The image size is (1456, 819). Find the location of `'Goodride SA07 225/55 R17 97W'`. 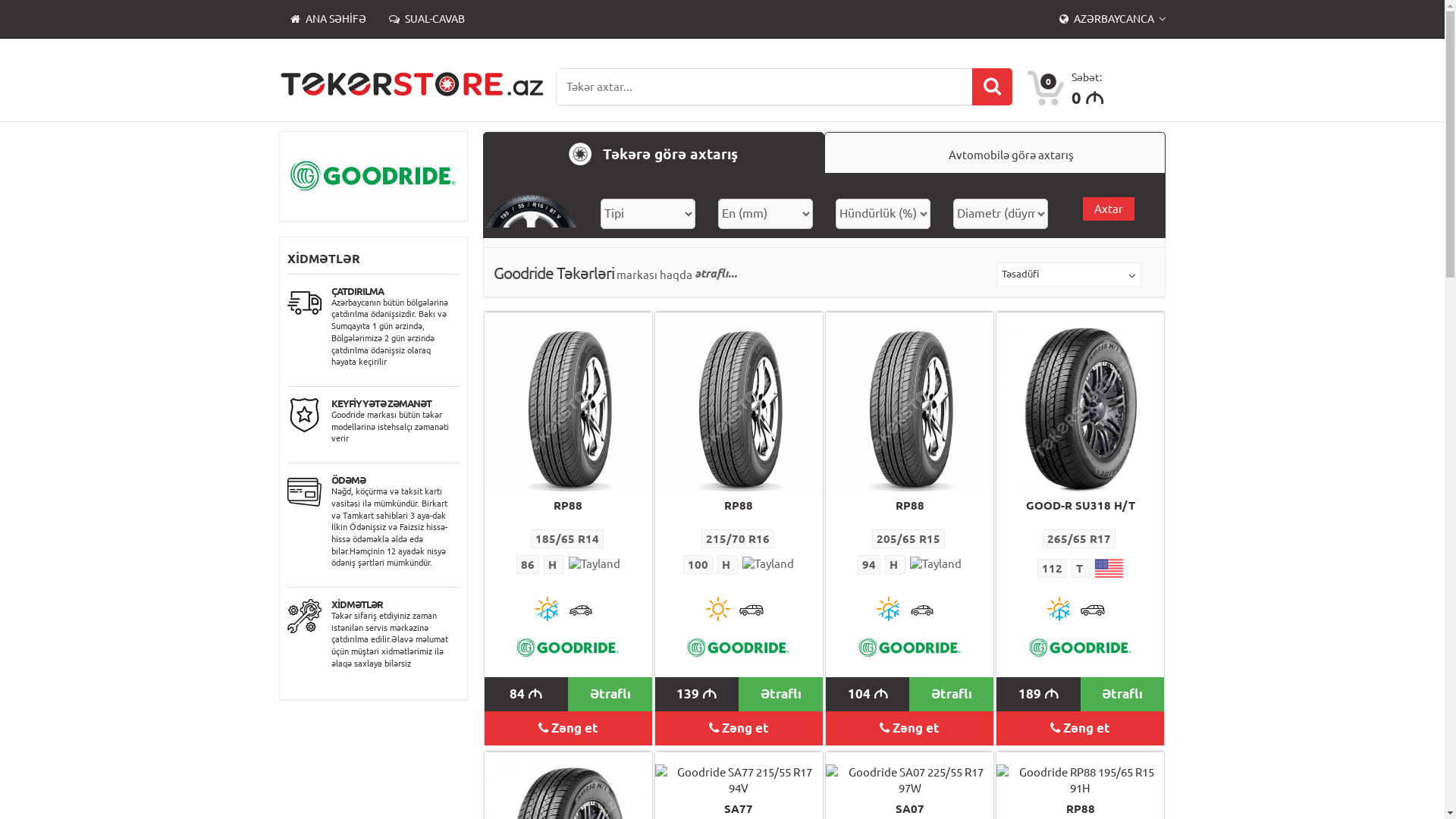

'Goodride SA07 225/55 R17 97W' is located at coordinates (909, 780).